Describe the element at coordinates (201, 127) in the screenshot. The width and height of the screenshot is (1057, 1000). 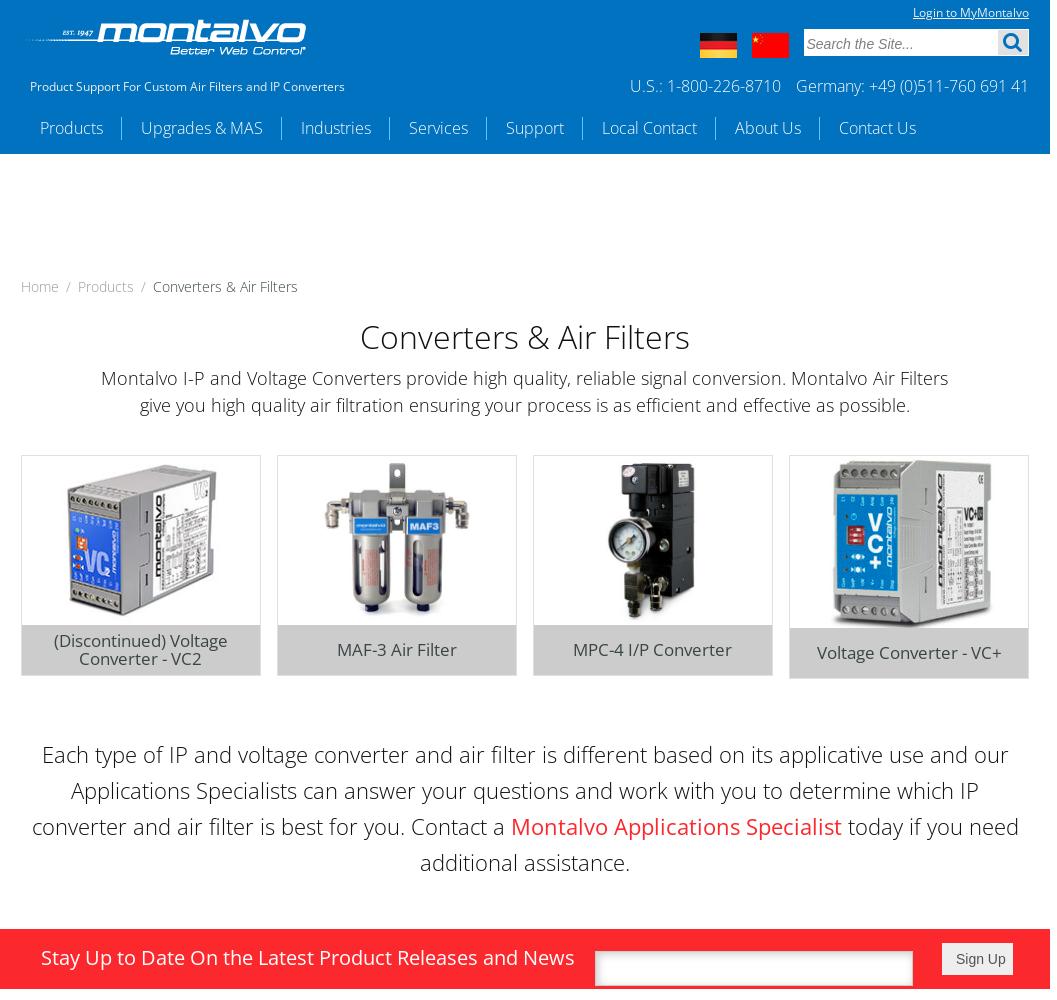
I see `'Upgrades & MAS'` at that location.